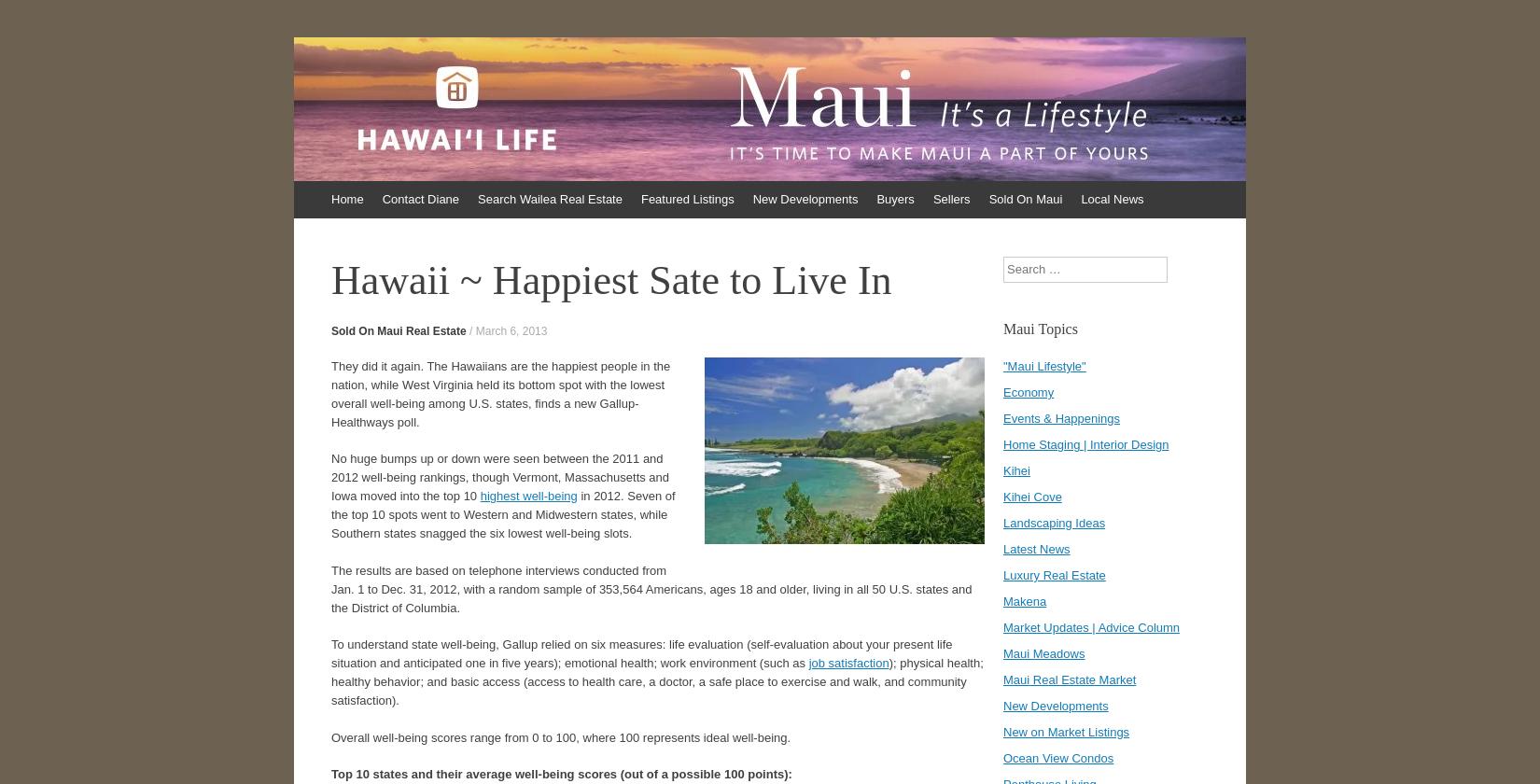 The width and height of the screenshot is (1540, 784). Describe the element at coordinates (1002, 627) in the screenshot. I see `'Market Updates | Advice Column'` at that location.